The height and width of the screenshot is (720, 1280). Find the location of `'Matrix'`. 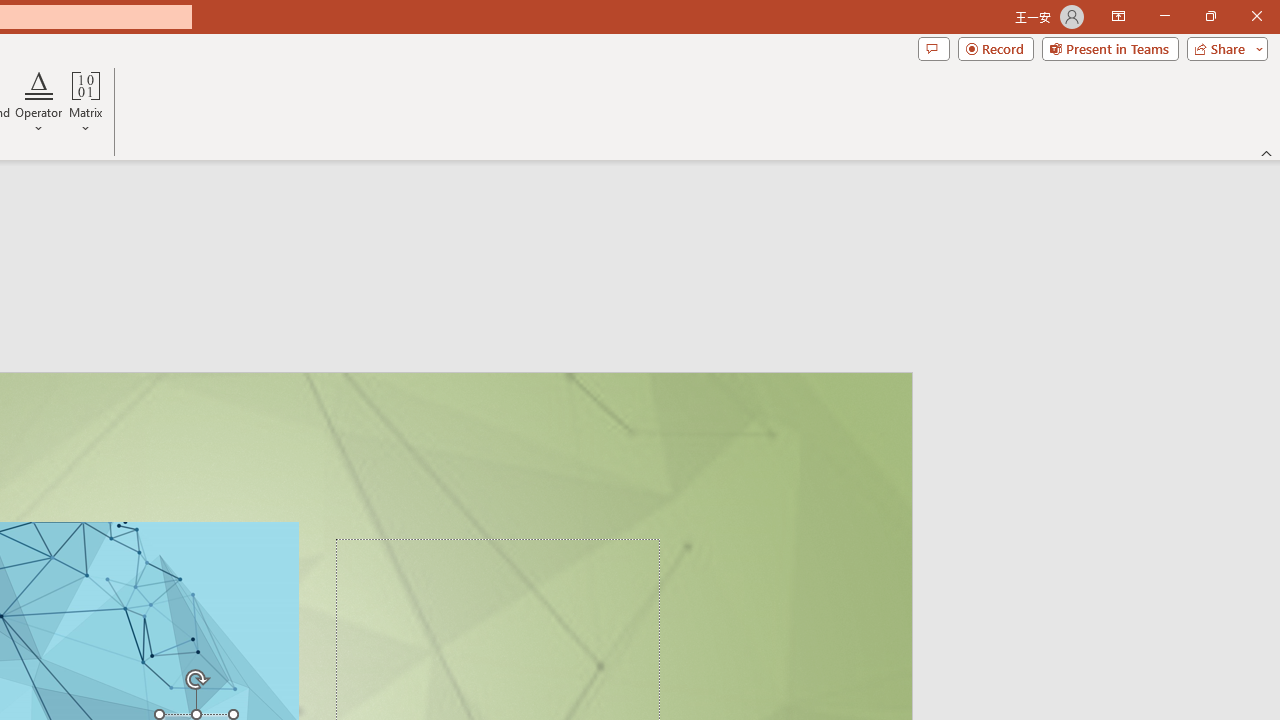

'Matrix' is located at coordinates (85, 103).